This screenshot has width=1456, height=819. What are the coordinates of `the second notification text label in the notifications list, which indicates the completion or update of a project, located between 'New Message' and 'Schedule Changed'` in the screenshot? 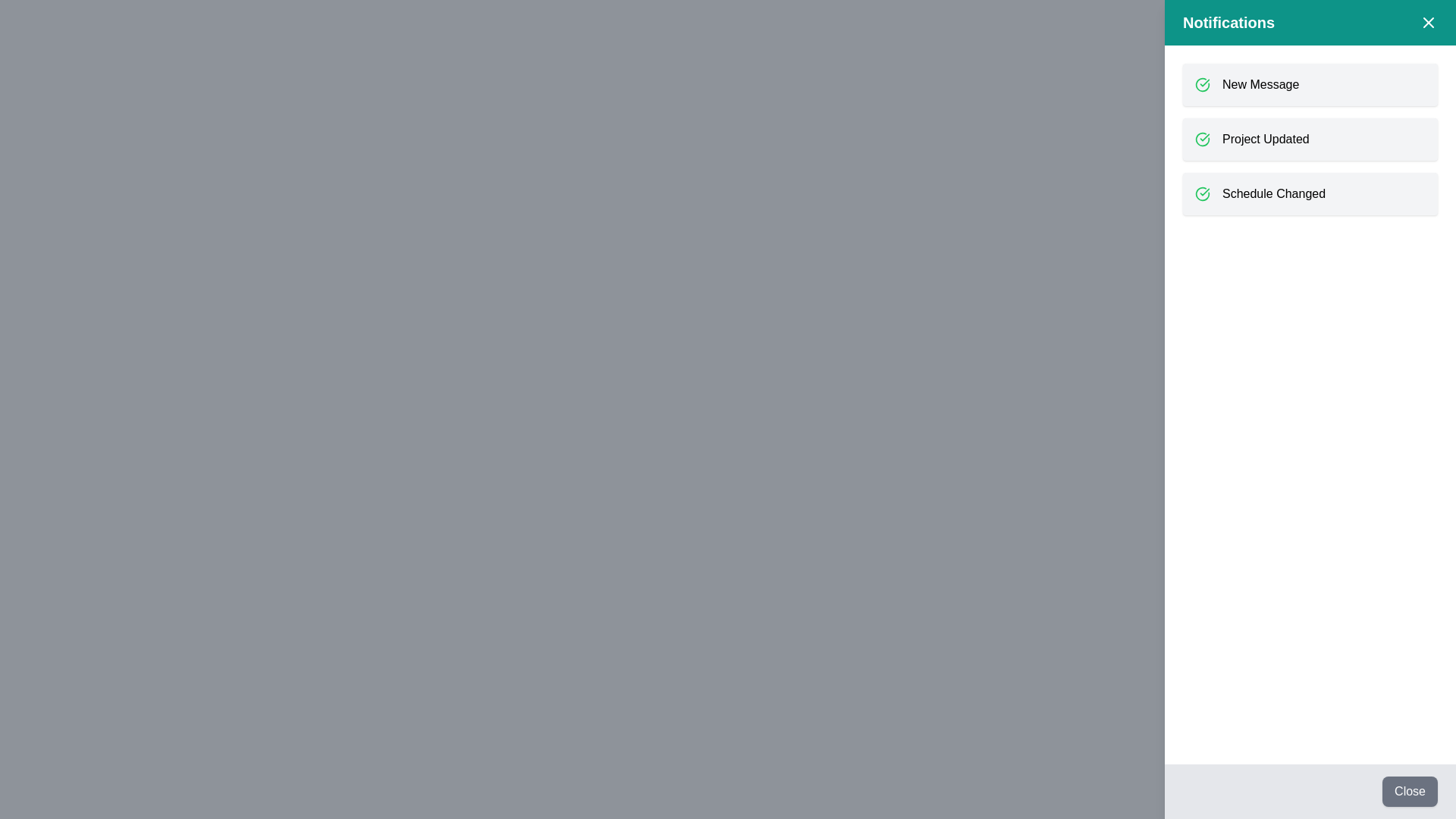 It's located at (1266, 140).